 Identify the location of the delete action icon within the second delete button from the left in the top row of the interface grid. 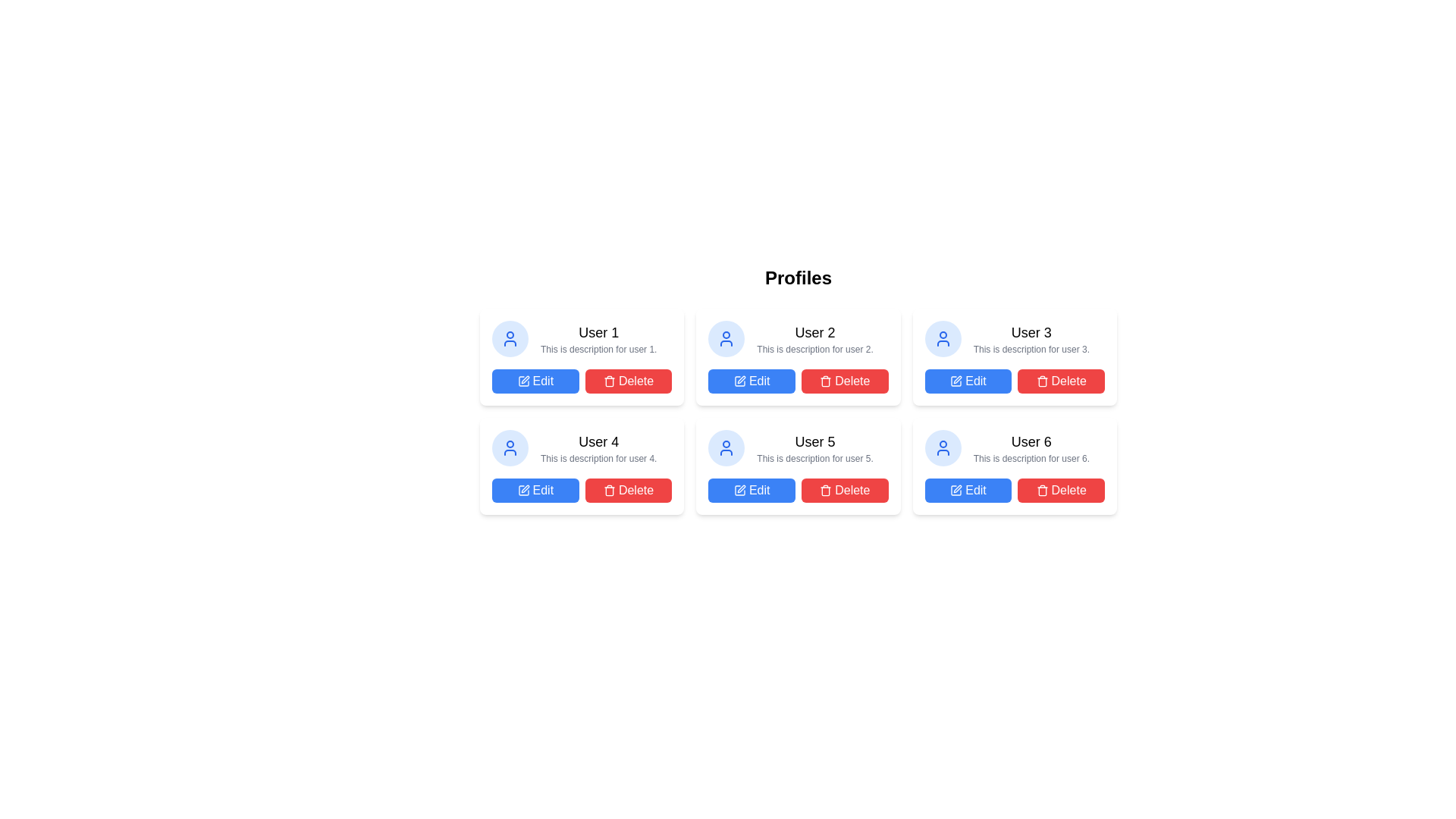
(609, 491).